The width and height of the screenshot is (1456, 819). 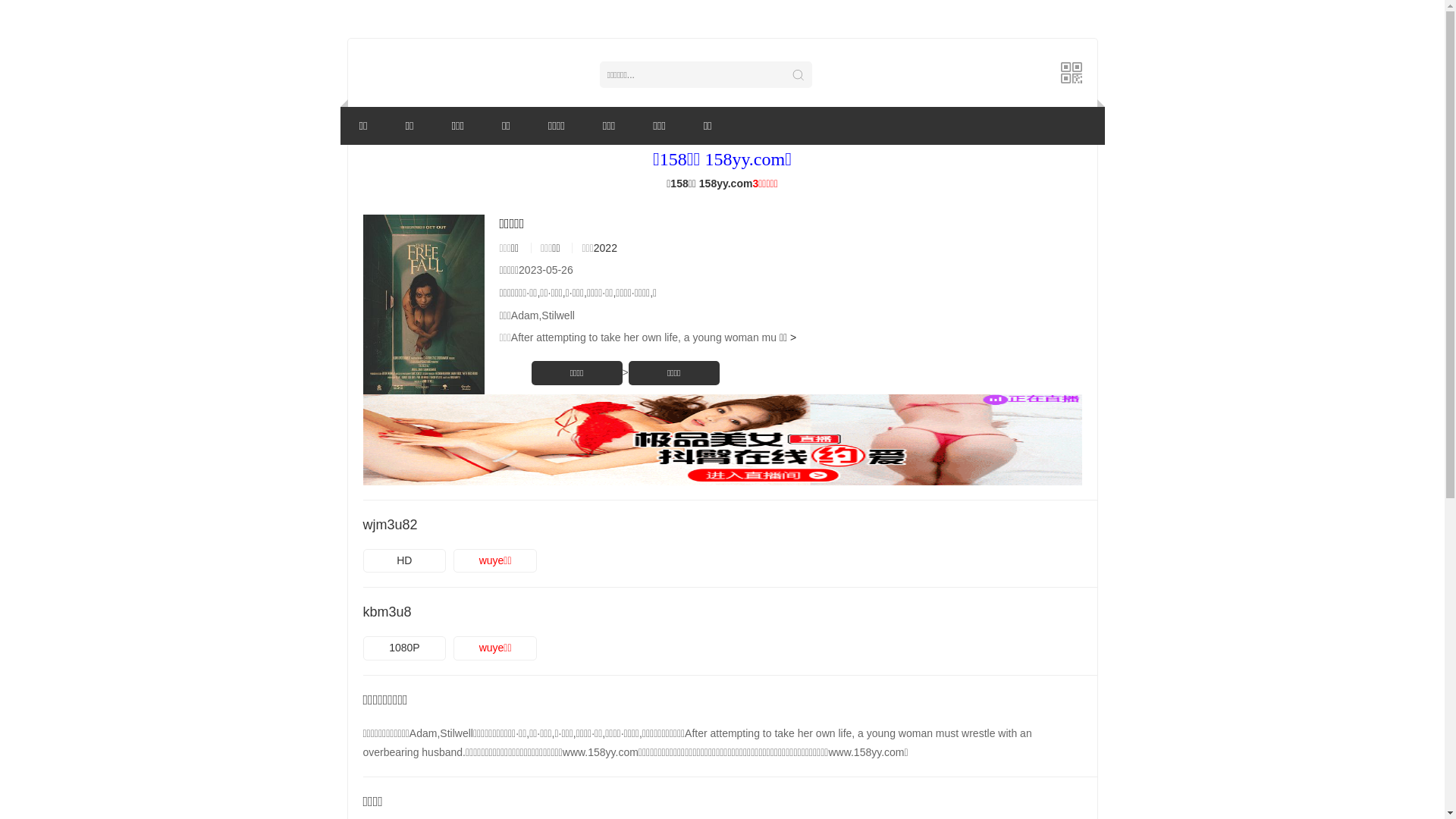 What do you see at coordinates (403, 648) in the screenshot?
I see `'1080P'` at bounding box center [403, 648].